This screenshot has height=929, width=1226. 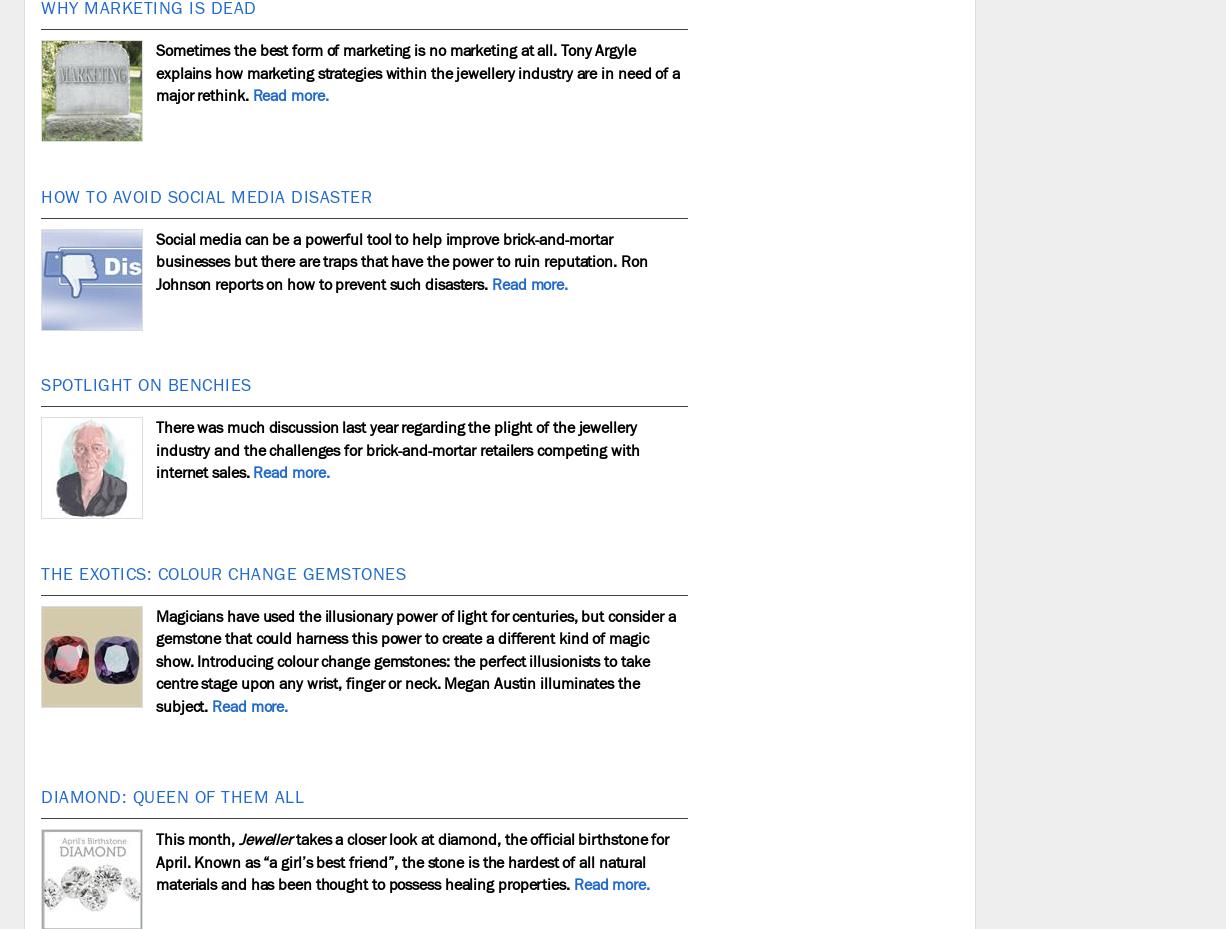 What do you see at coordinates (40, 796) in the screenshot?
I see `'Diamond: Queen of them all'` at bounding box center [40, 796].